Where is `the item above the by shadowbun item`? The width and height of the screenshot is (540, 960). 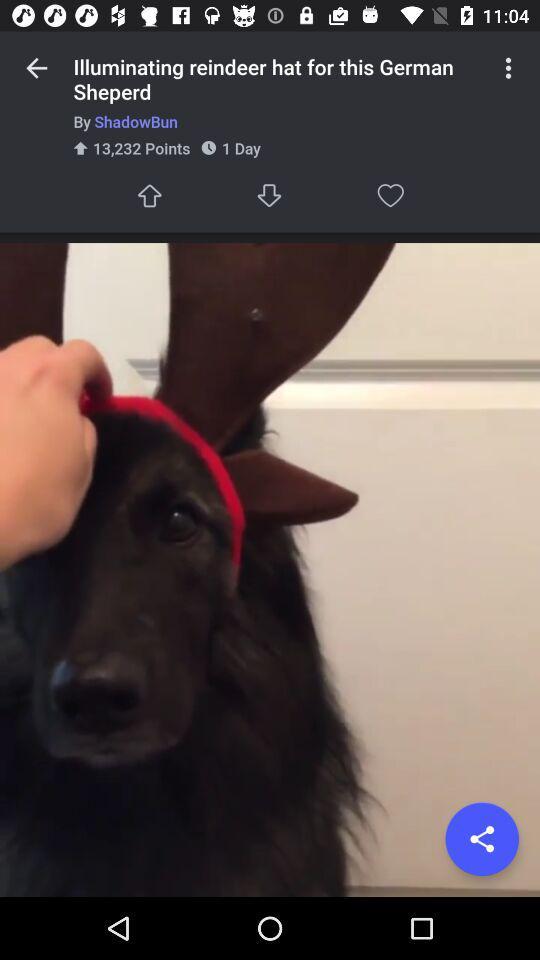 the item above the by shadowbun item is located at coordinates (36, 68).